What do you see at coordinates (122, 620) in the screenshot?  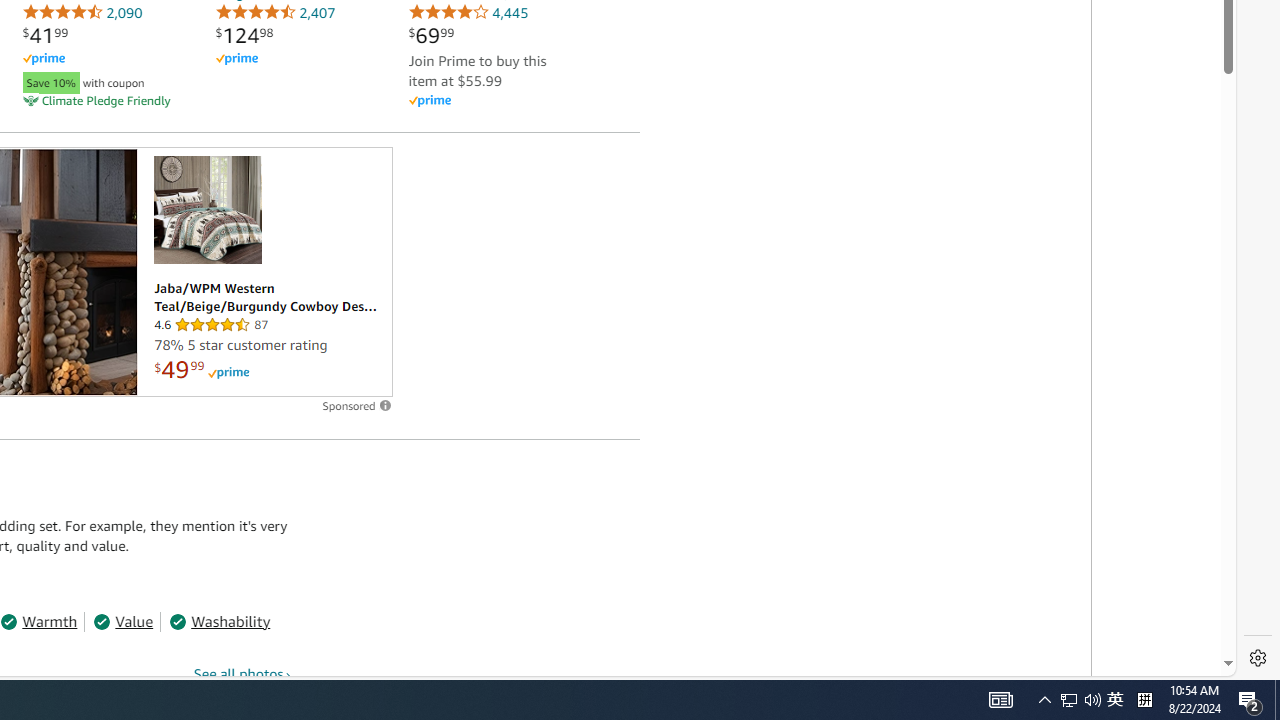 I see `'Value'` at bounding box center [122, 620].